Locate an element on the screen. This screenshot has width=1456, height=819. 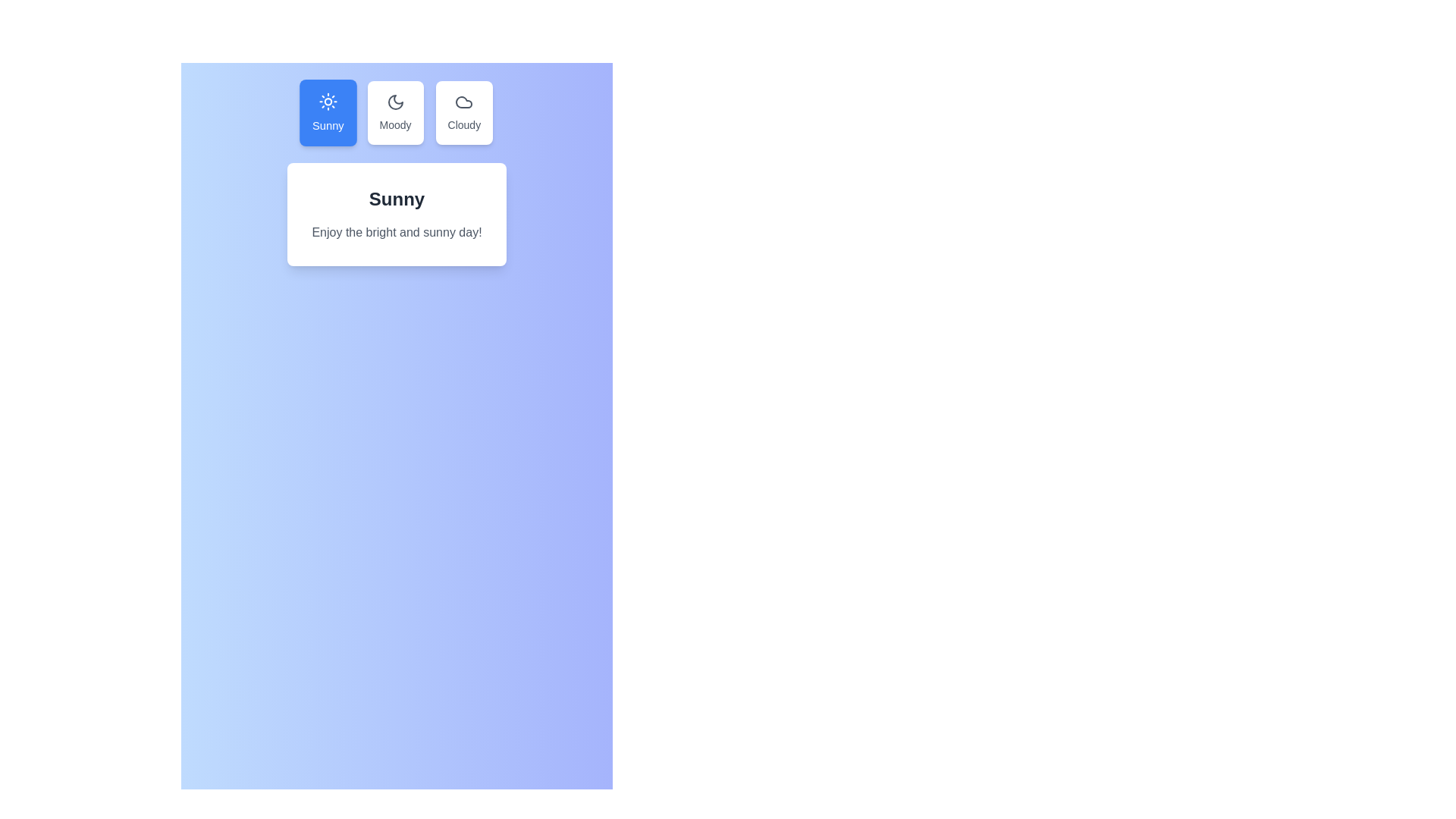
the Moody tab to select it is located at coordinates (395, 112).